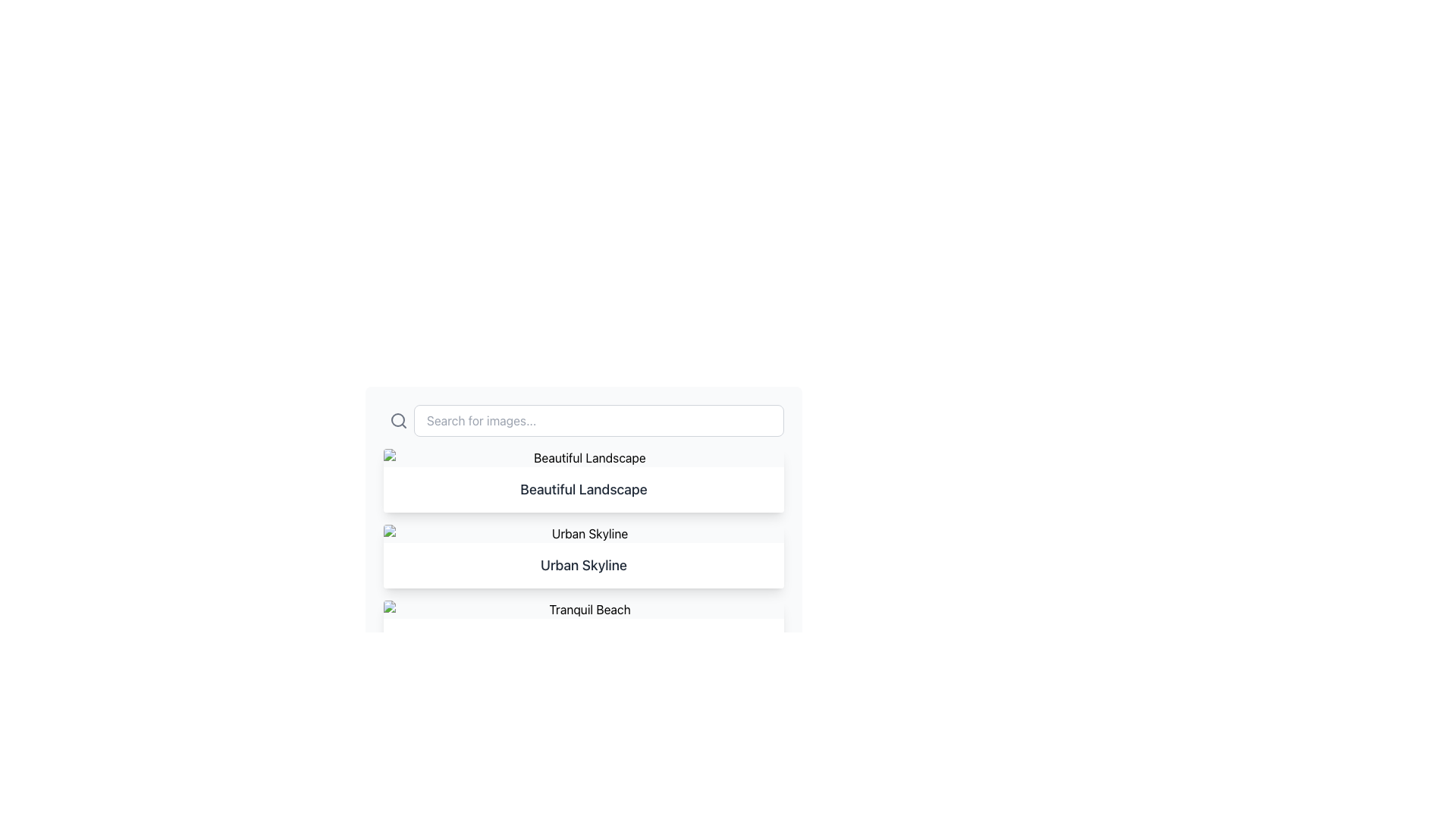 This screenshot has width=1456, height=819. I want to click on the image placeholder that serves as a visual representation for 'Beautiful Landscape', so click(582, 457).